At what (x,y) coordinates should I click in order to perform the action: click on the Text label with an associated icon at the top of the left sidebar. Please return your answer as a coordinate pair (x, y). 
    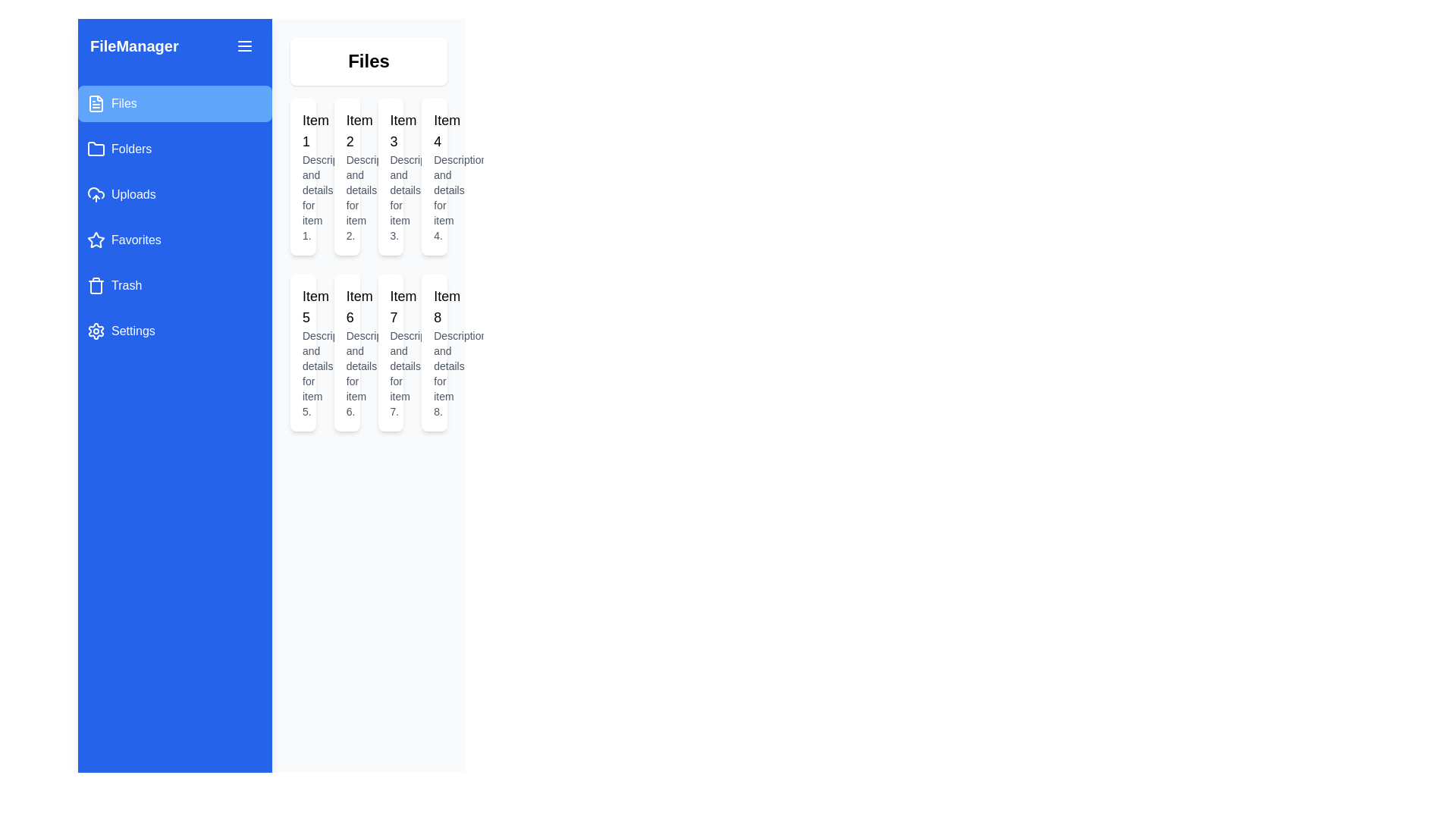
    Looking at the image, I should click on (174, 45).